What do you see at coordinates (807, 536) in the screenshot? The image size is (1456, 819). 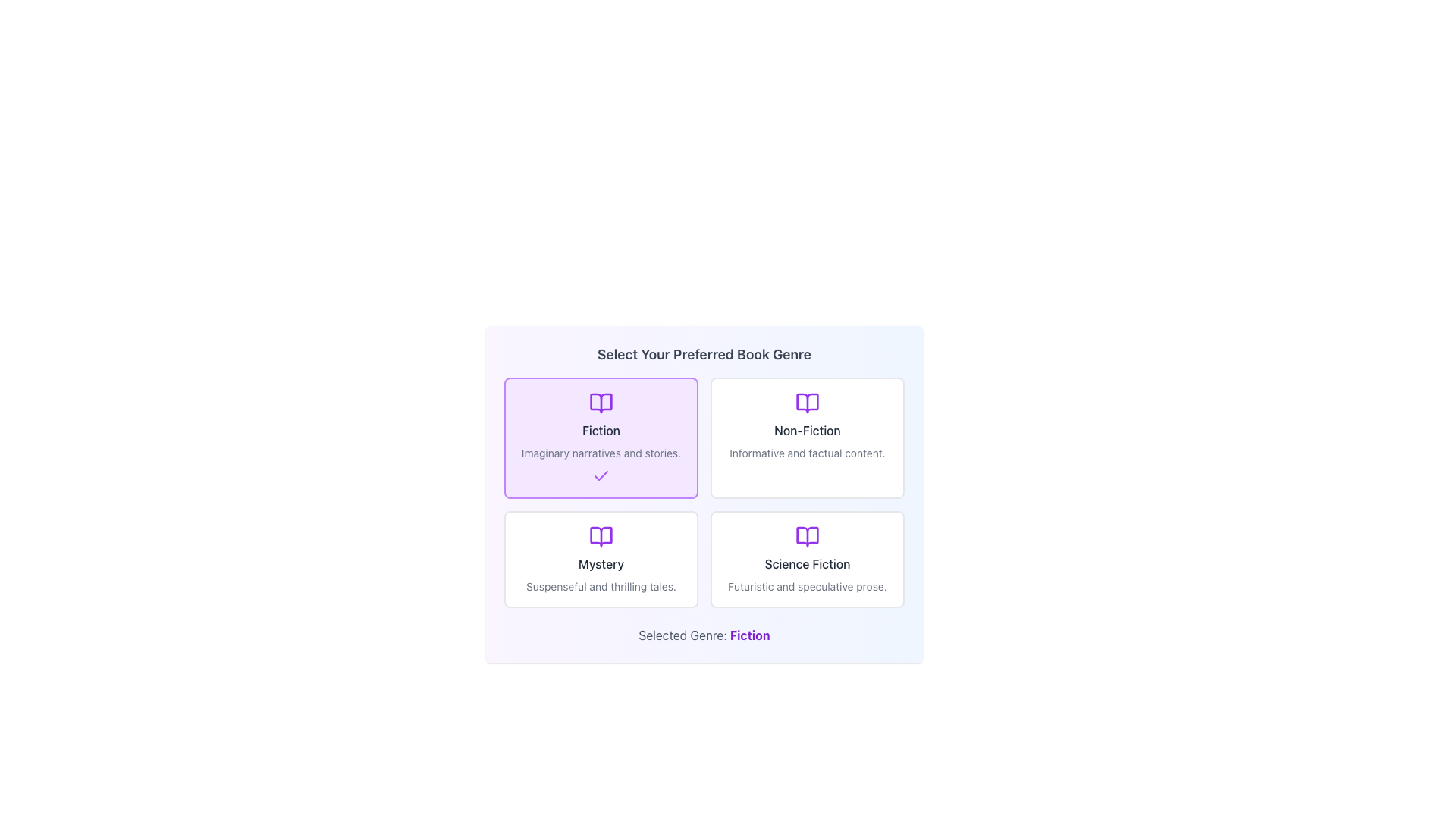 I see `the open book icon located at the bottom-right corner of the Science Fiction selection box in the main selection panel` at bounding box center [807, 536].